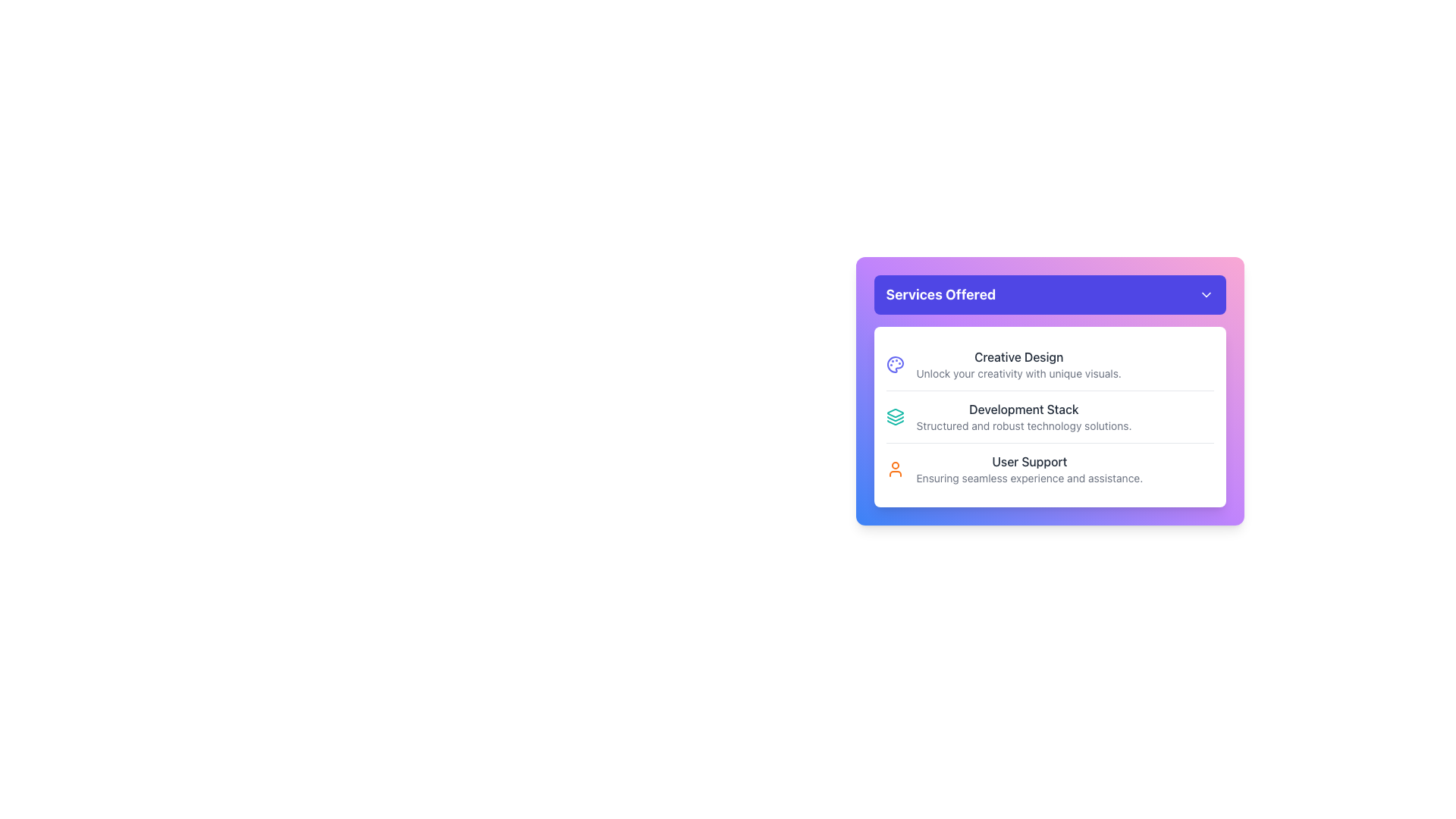 Image resolution: width=1456 pixels, height=819 pixels. Describe the element at coordinates (1018, 374) in the screenshot. I see `descriptive text phrase 'Unlock your creativity with unique visuals.' located below the title 'Creative Design' in the card-like section` at that location.